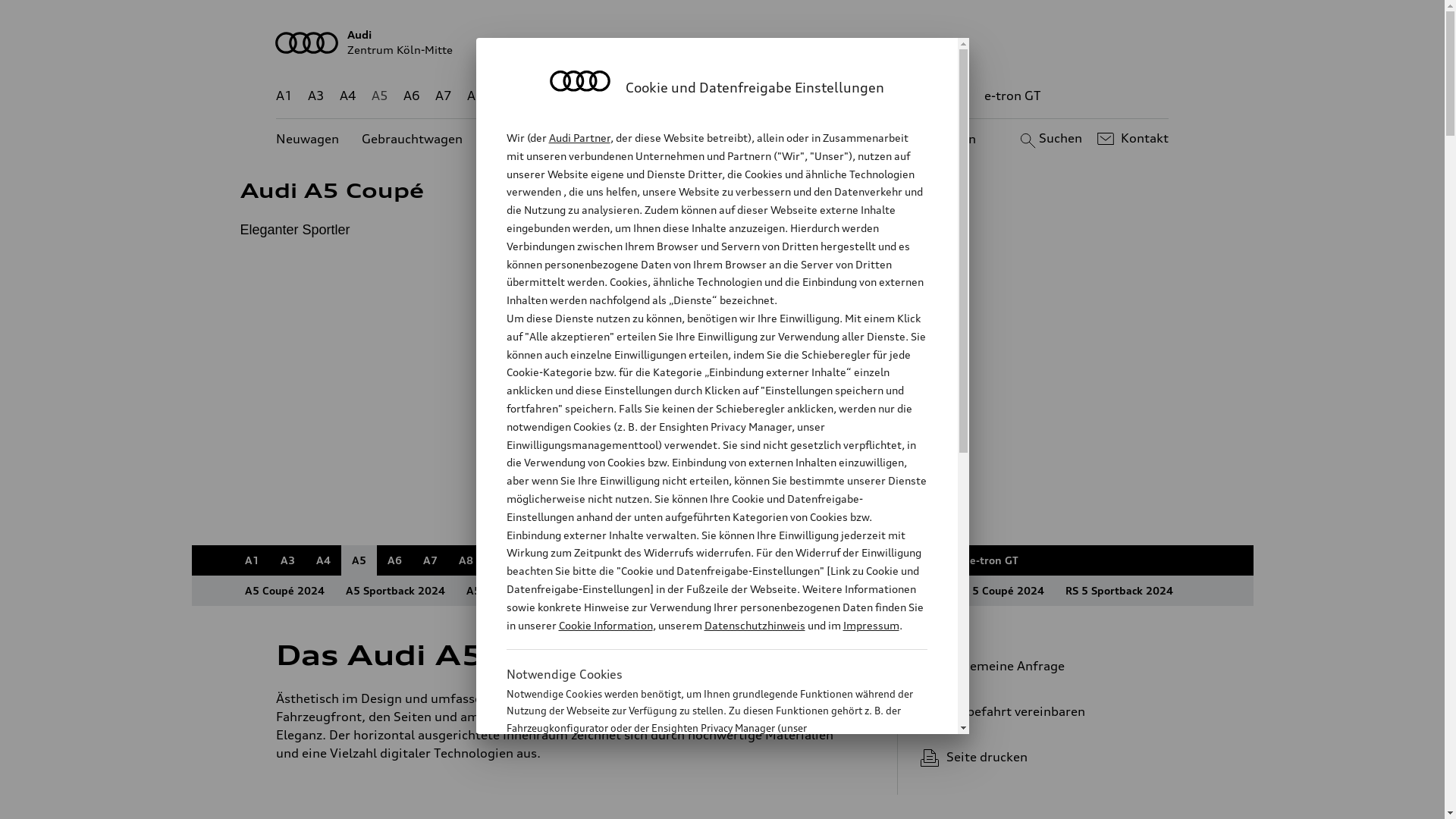  I want to click on 'Q2', so click(507, 96).